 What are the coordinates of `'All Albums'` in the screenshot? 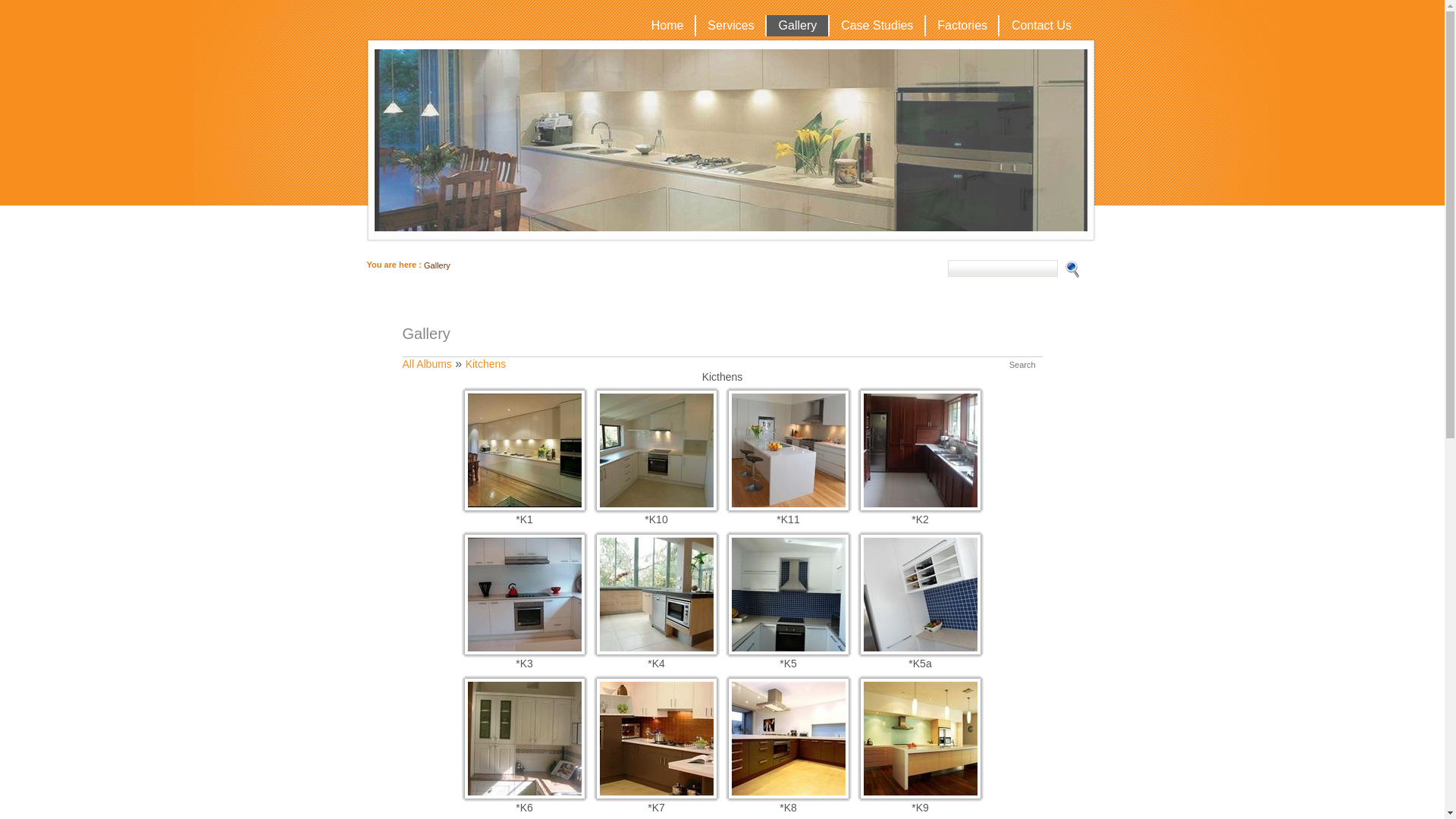 It's located at (425, 363).